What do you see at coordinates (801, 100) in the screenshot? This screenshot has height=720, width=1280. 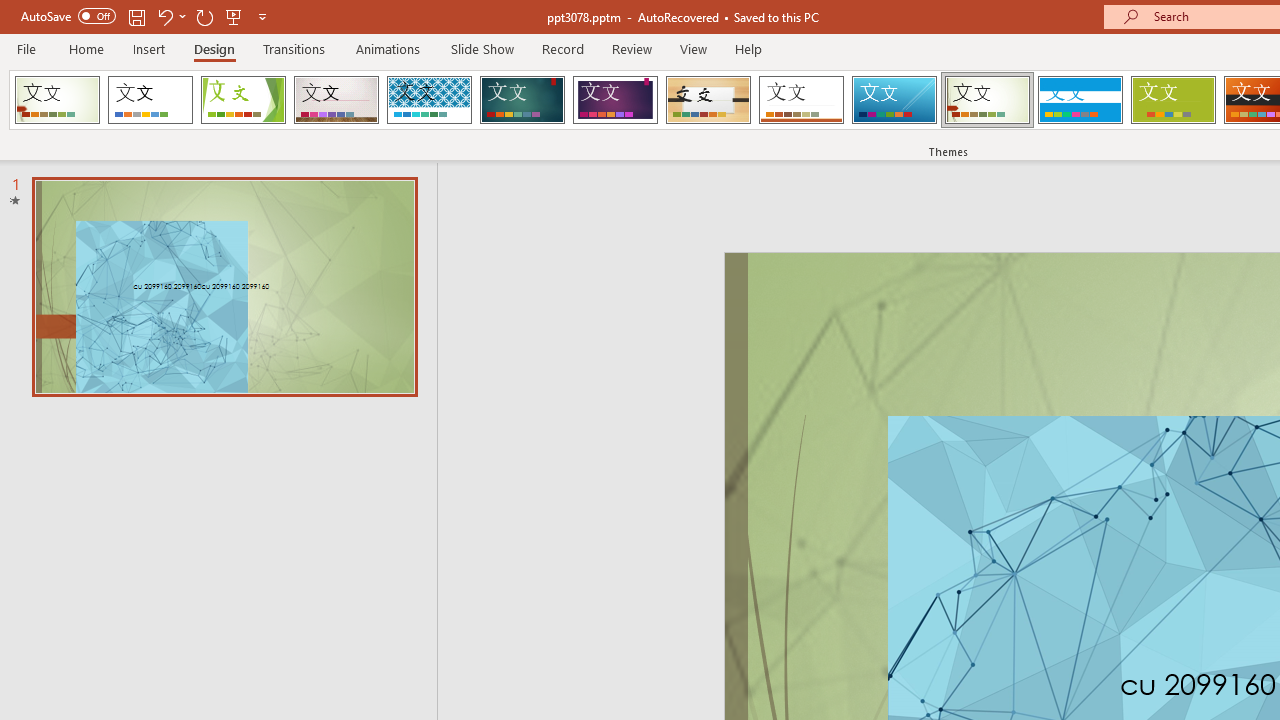 I see `'Retrospect Loading Preview...'` at bounding box center [801, 100].